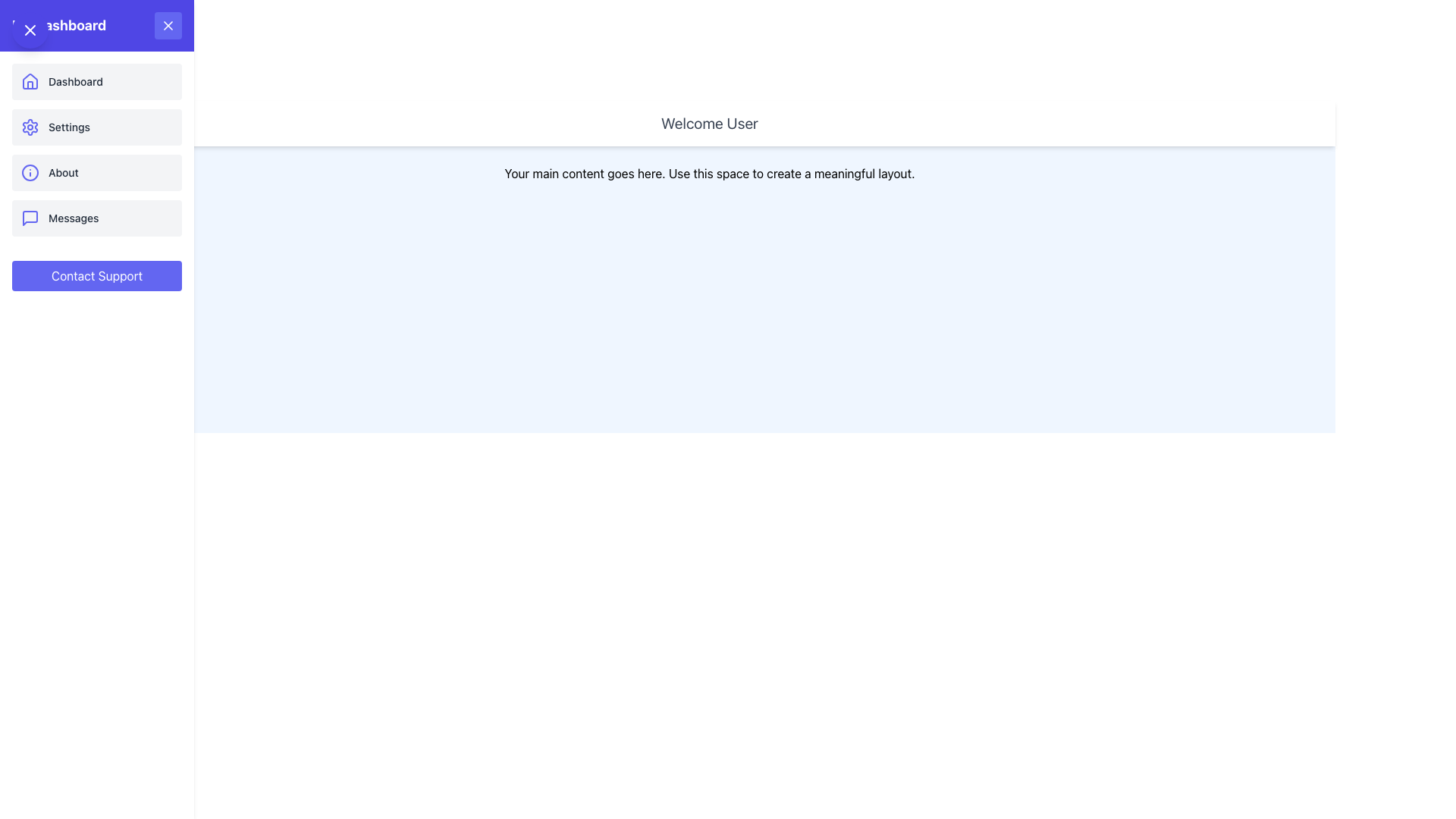 The height and width of the screenshot is (819, 1456). What do you see at coordinates (96, 275) in the screenshot?
I see `the 'Contact Support' button with indigo color and white text` at bounding box center [96, 275].